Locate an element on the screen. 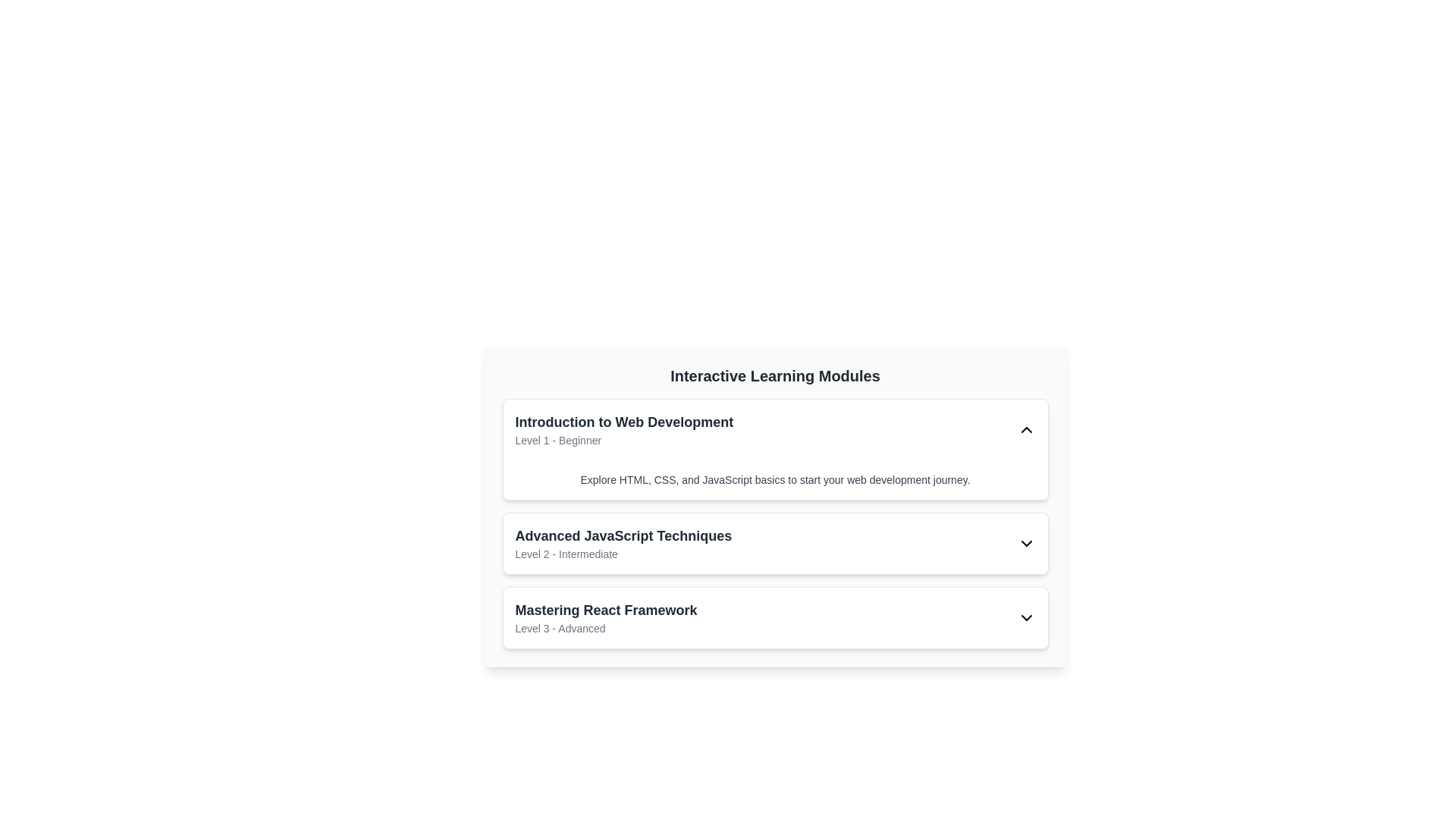 This screenshot has height=819, width=1456. the list item titled 'Mastering React Framework' with the subtitle 'Level 3 - Advanced' is located at coordinates (775, 617).